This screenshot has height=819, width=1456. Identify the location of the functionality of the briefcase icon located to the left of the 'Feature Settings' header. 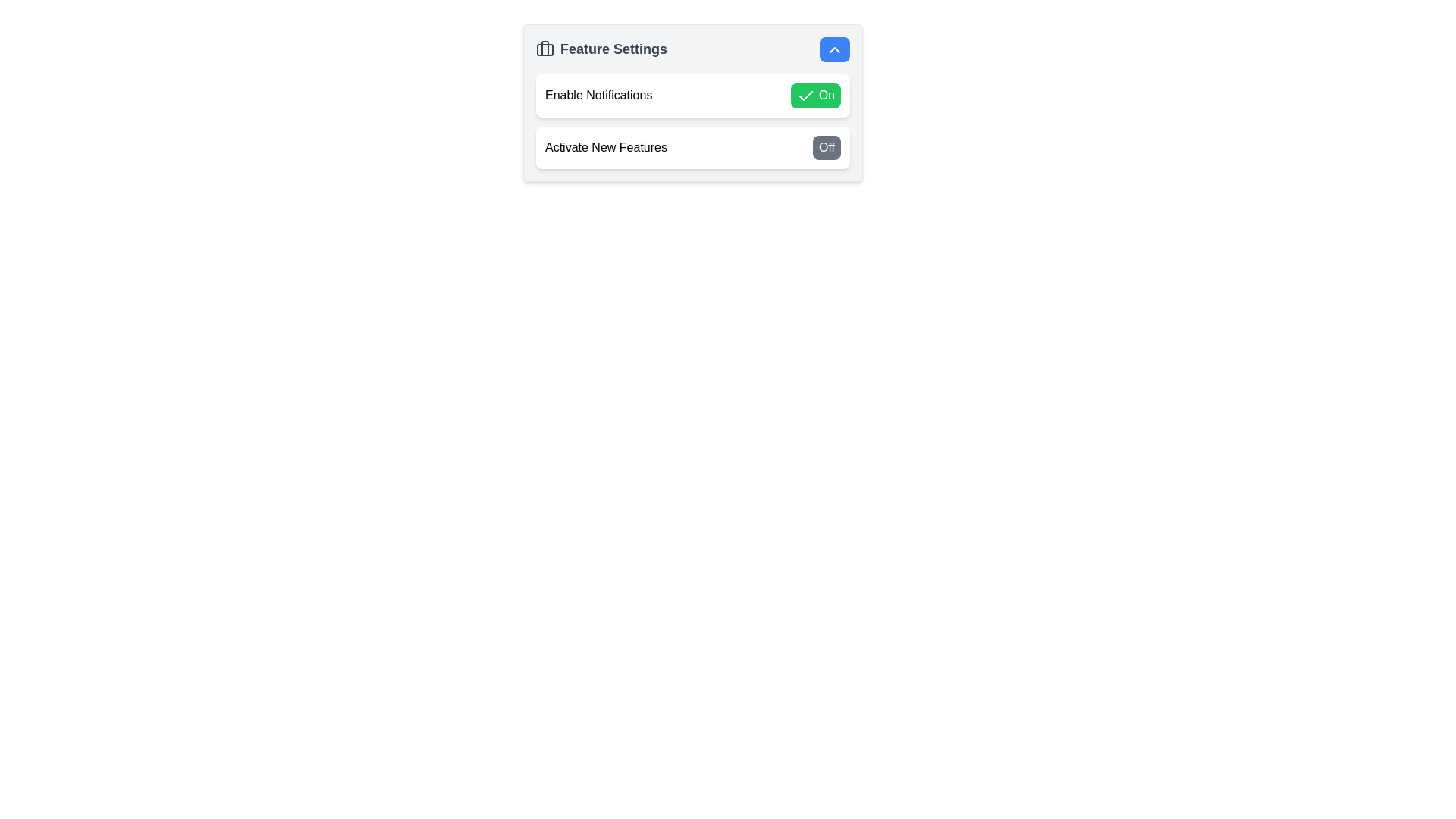
(545, 49).